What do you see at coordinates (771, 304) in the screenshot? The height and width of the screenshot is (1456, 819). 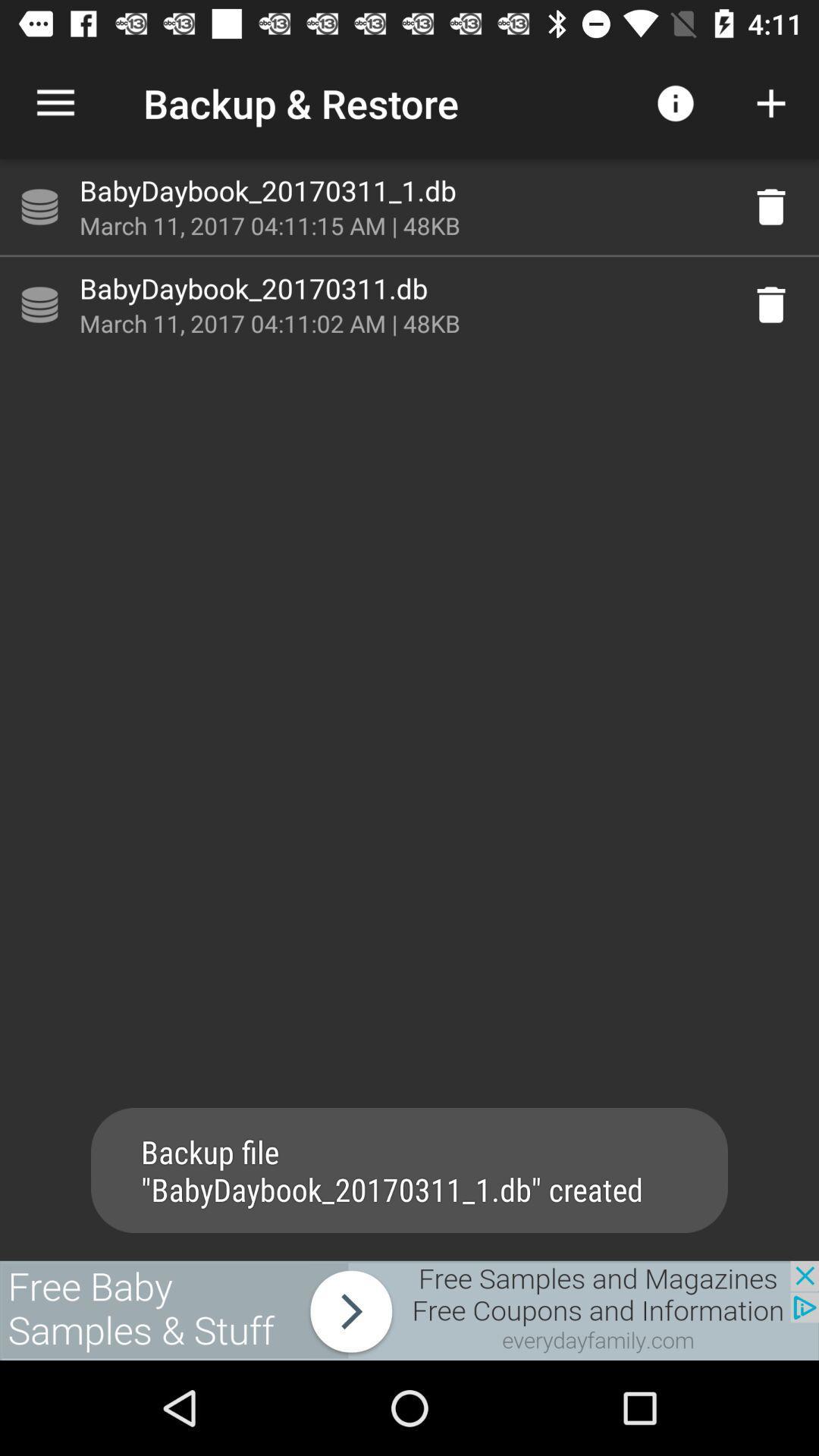 I see `trash item` at bounding box center [771, 304].